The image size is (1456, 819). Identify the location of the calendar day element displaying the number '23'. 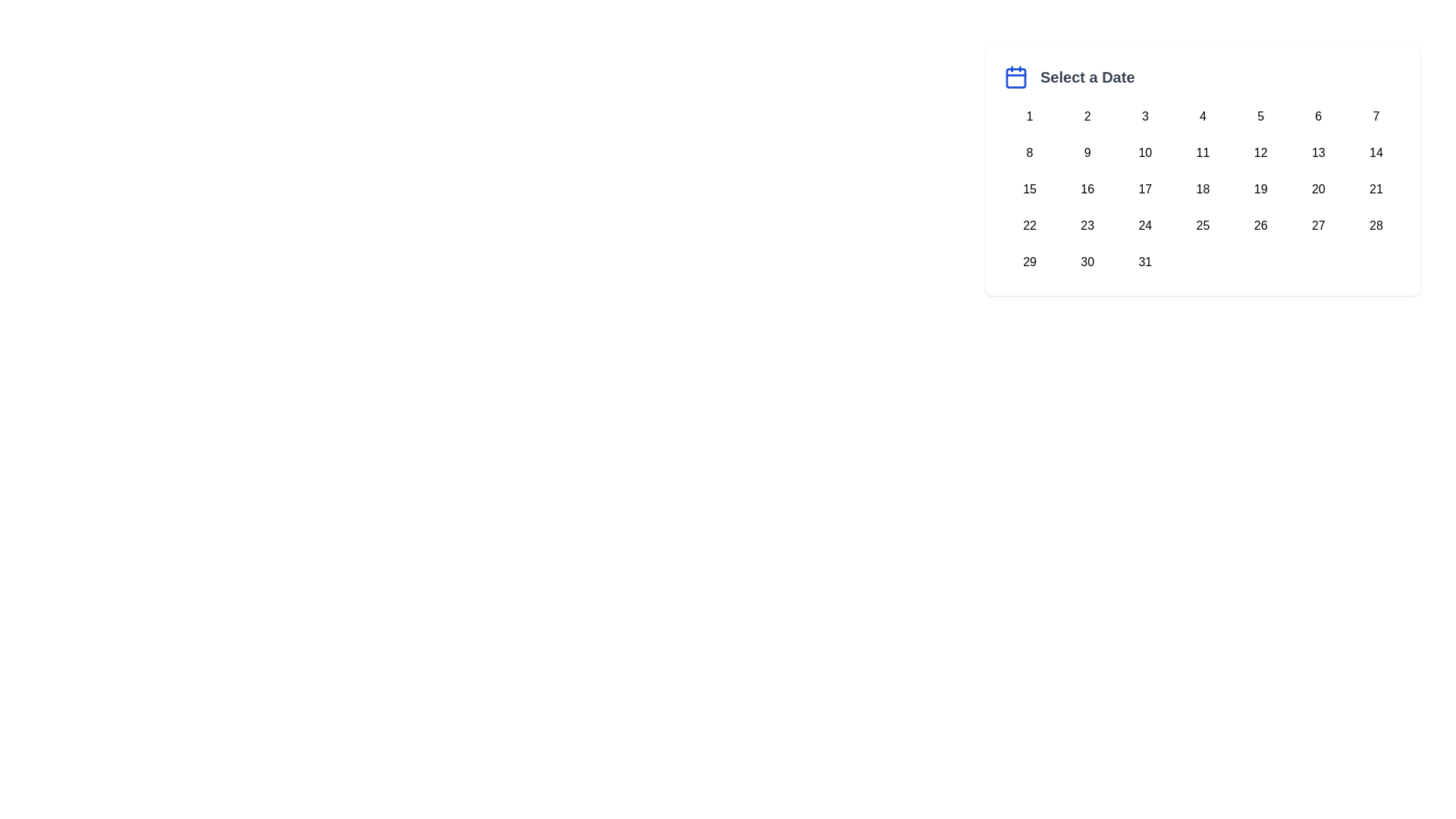
(1087, 225).